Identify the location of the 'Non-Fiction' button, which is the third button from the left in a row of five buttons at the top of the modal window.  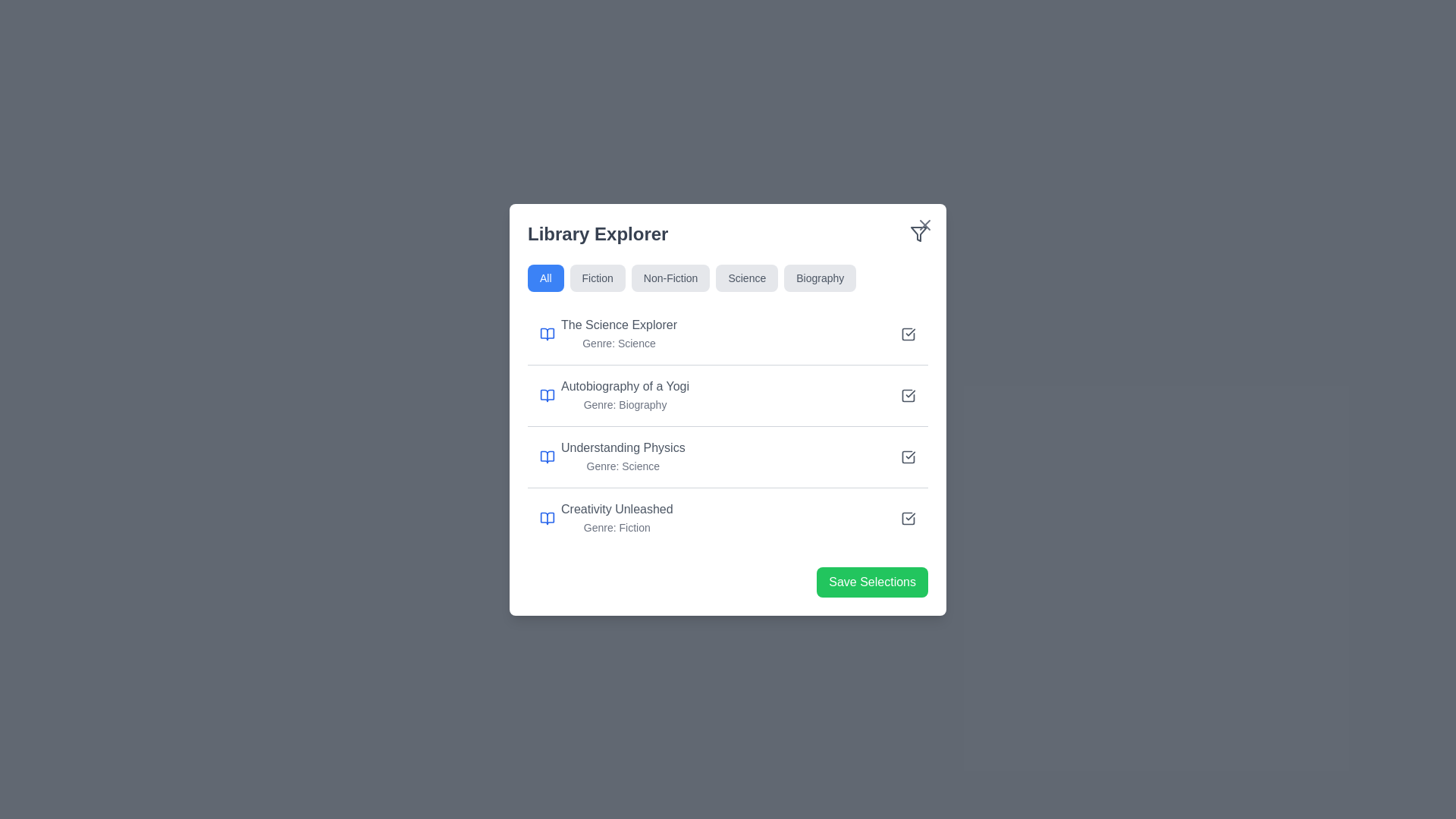
(670, 278).